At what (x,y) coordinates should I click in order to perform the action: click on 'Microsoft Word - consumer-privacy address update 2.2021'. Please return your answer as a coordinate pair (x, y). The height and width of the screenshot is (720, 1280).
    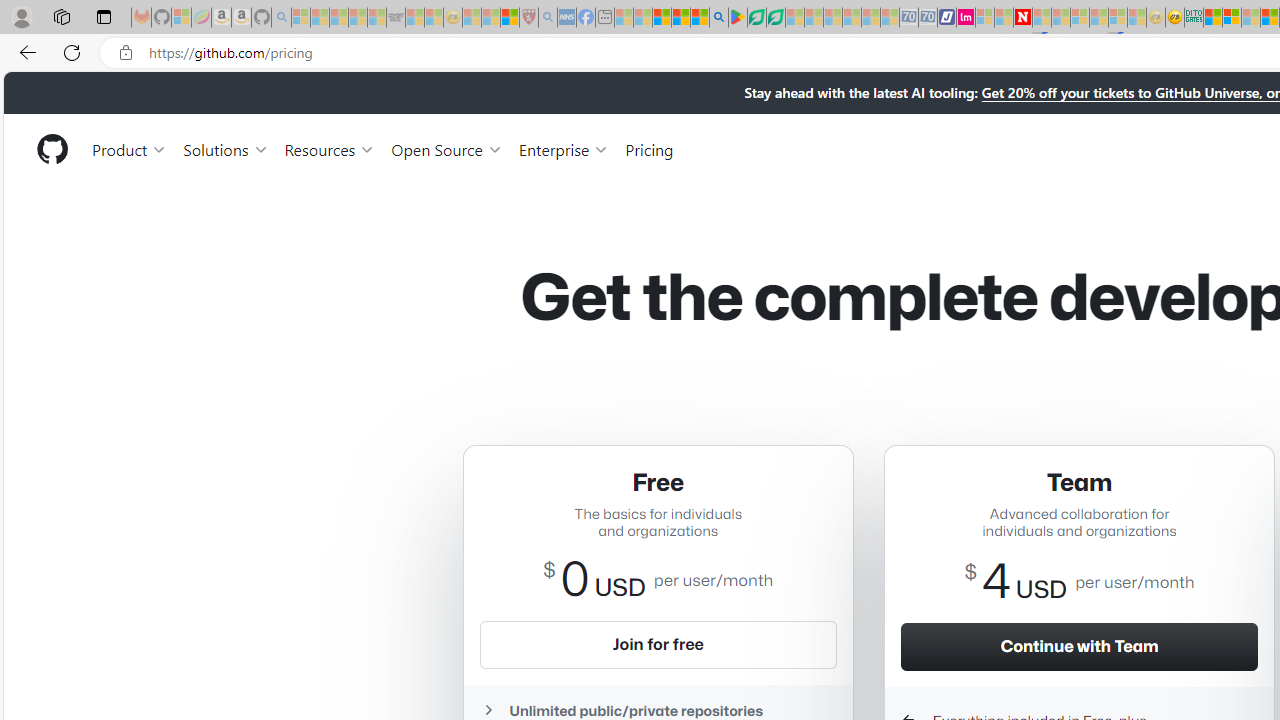
    Looking at the image, I should click on (774, 17).